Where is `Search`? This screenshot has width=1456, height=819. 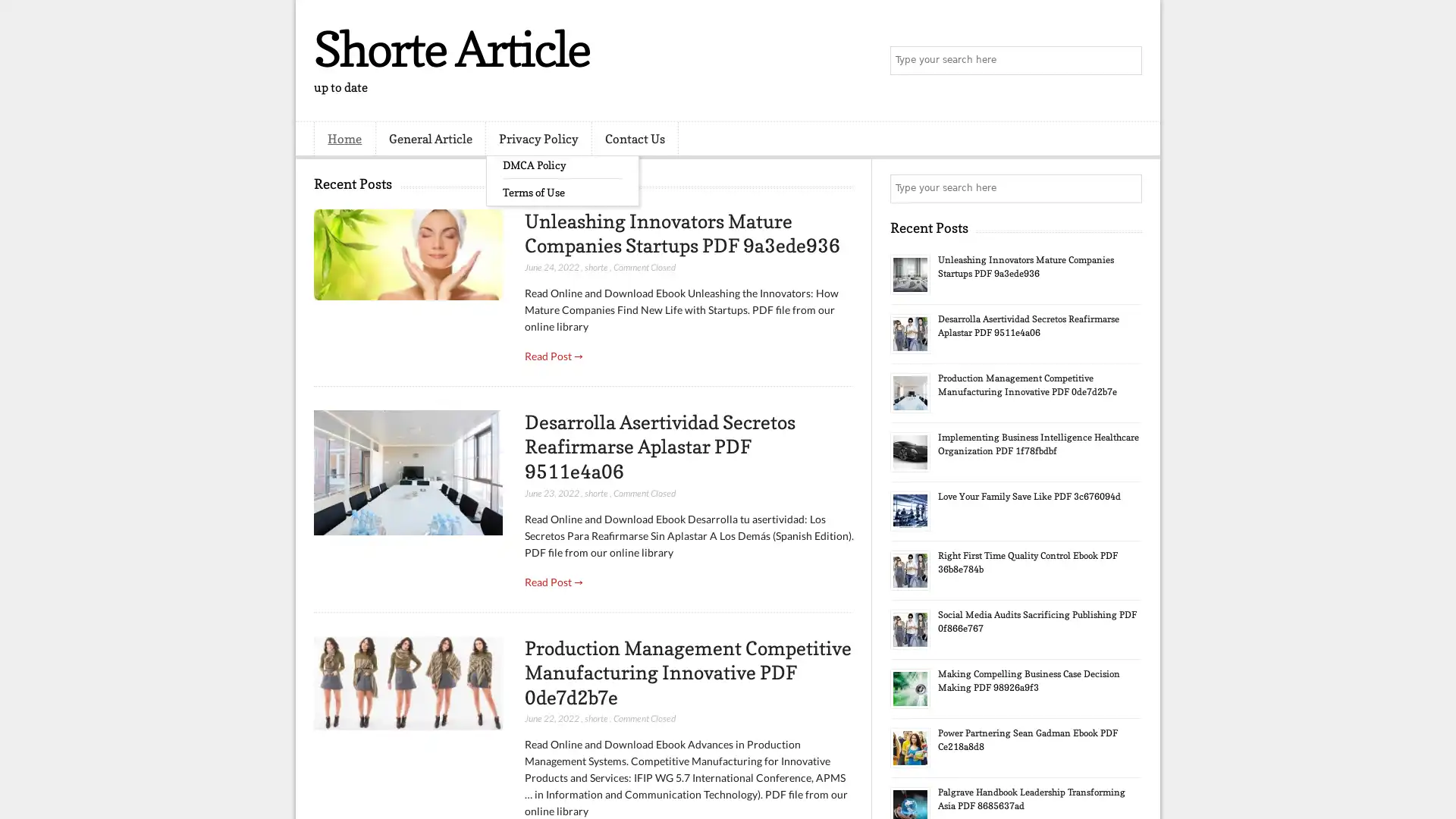 Search is located at coordinates (1126, 188).